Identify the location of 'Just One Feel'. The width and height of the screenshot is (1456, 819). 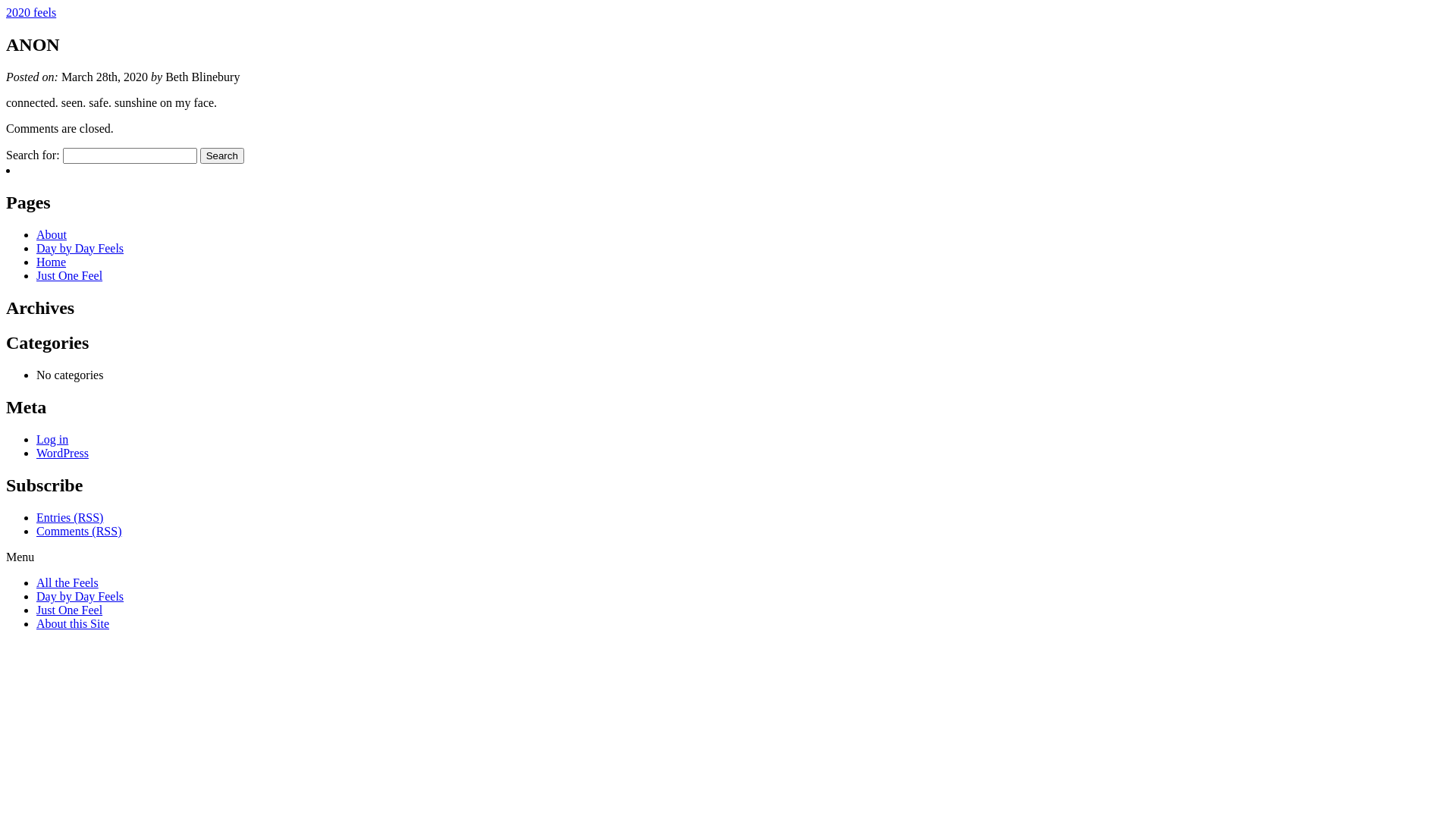
(68, 609).